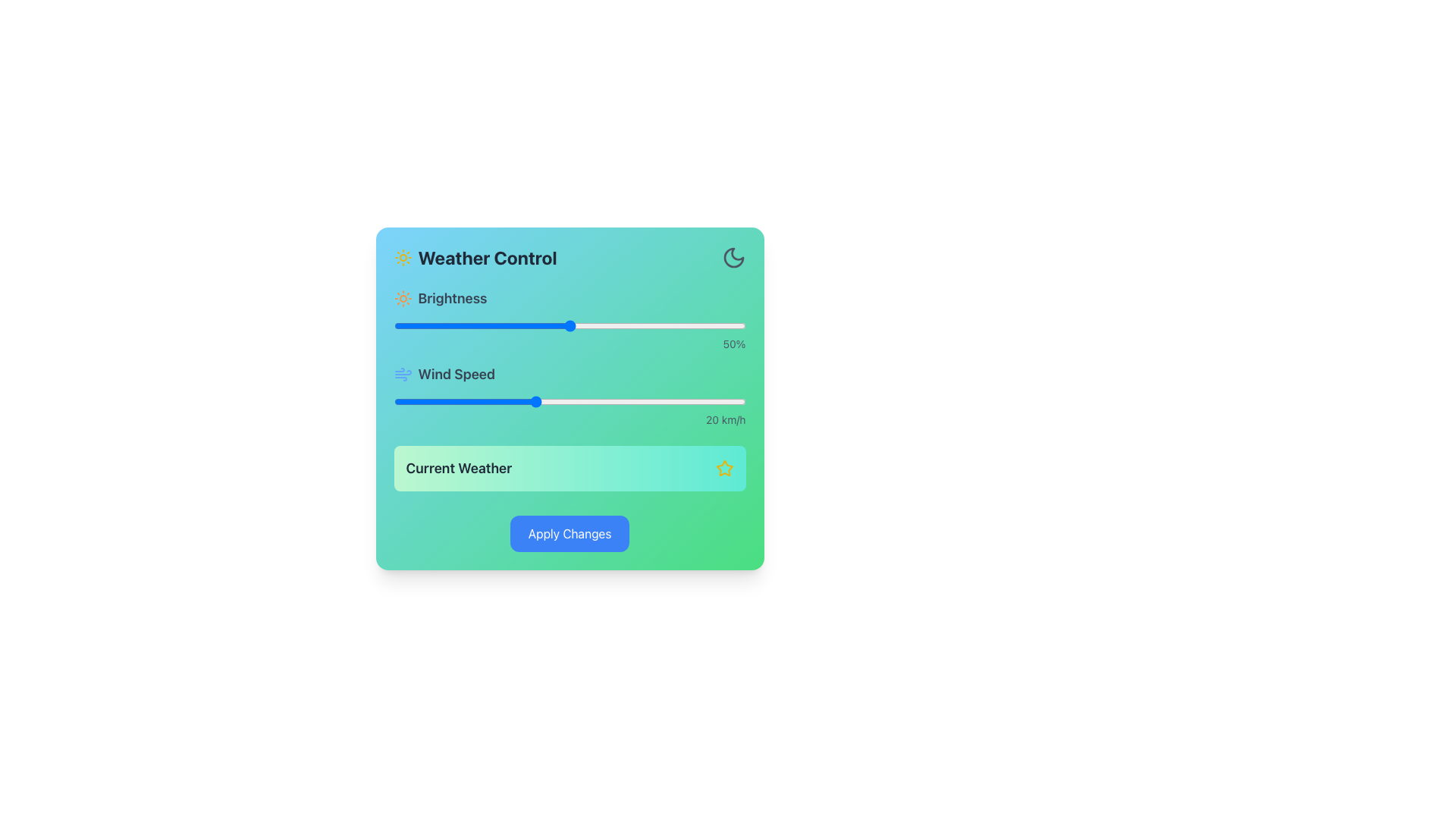 This screenshot has width=1456, height=819. What do you see at coordinates (527, 325) in the screenshot?
I see `brightness level` at bounding box center [527, 325].